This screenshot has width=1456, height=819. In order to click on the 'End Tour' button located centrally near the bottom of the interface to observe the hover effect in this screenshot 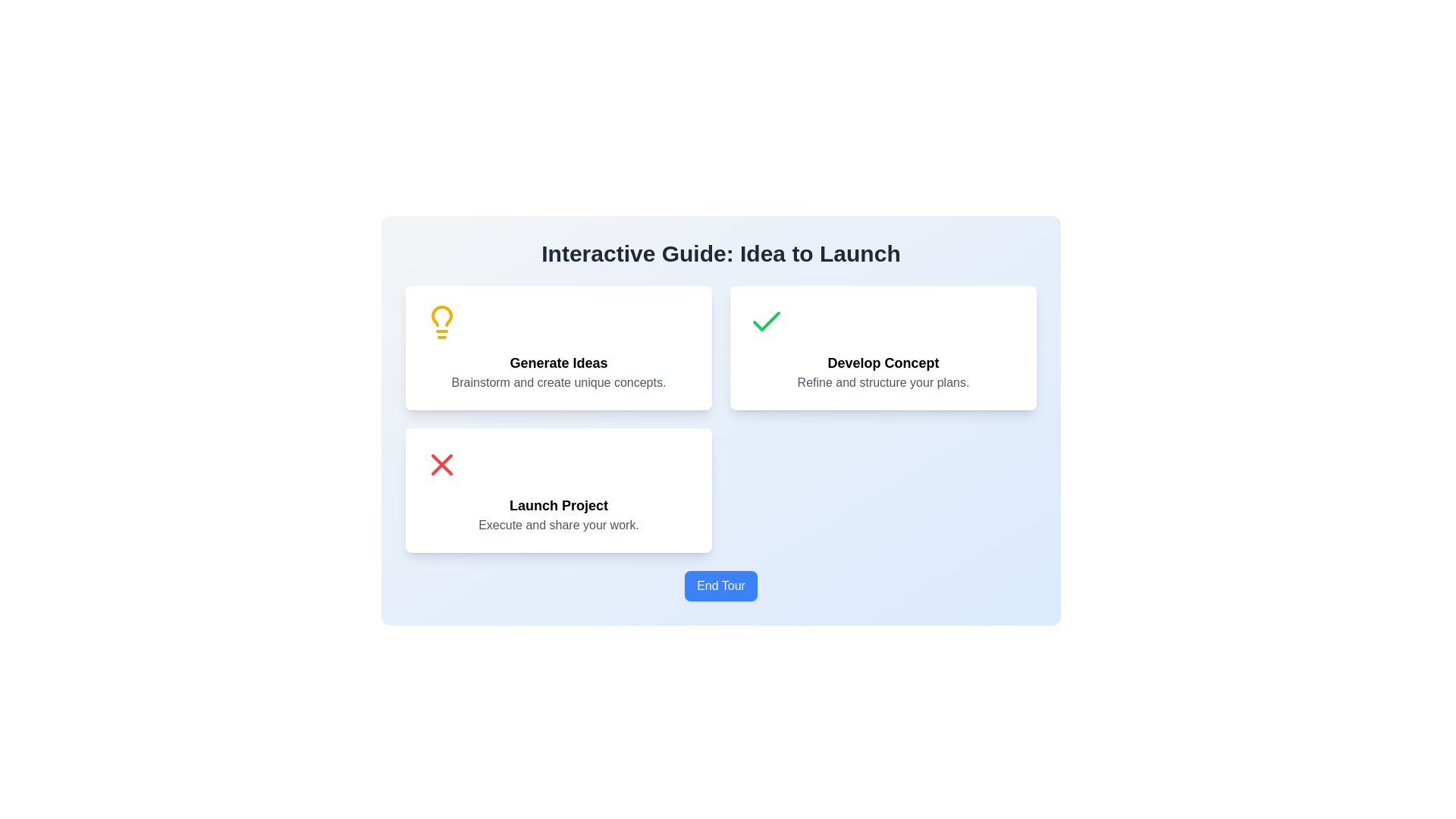, I will do `click(720, 585)`.